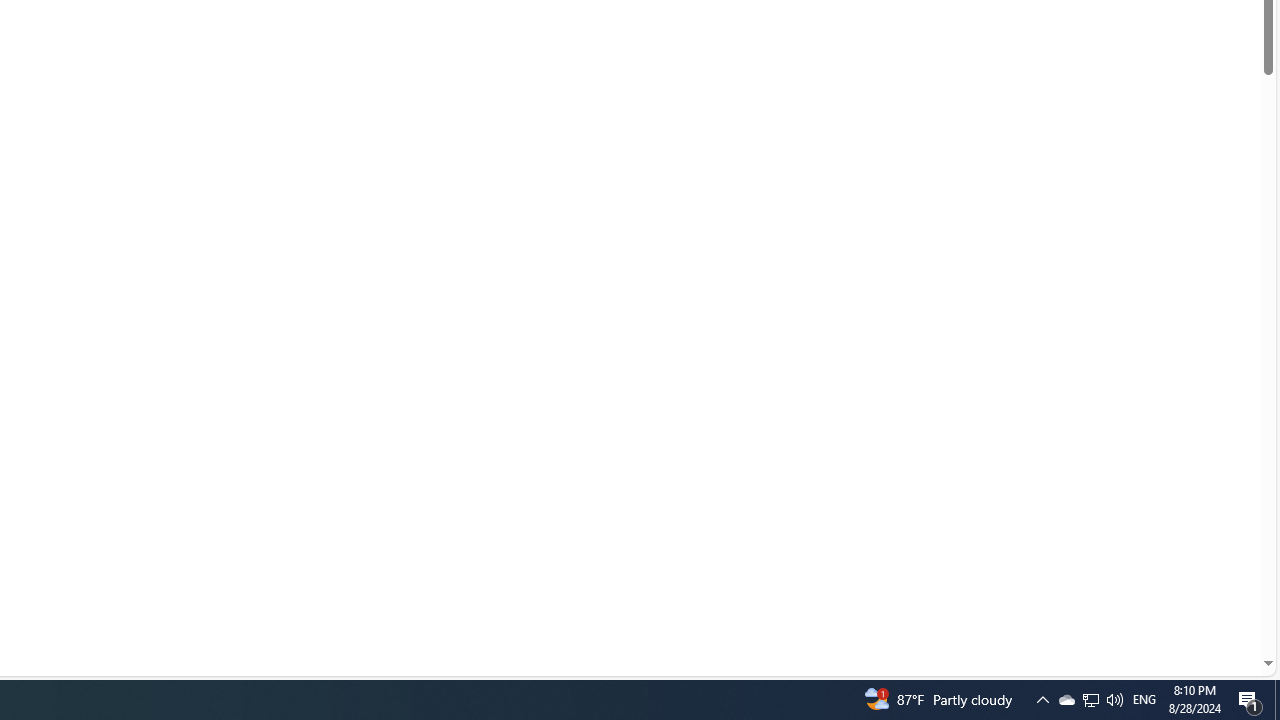 Image resolution: width=1280 pixels, height=720 pixels. Describe the element at coordinates (1192, 602) in the screenshot. I see `'AutomationID: mfa_root'` at that location.